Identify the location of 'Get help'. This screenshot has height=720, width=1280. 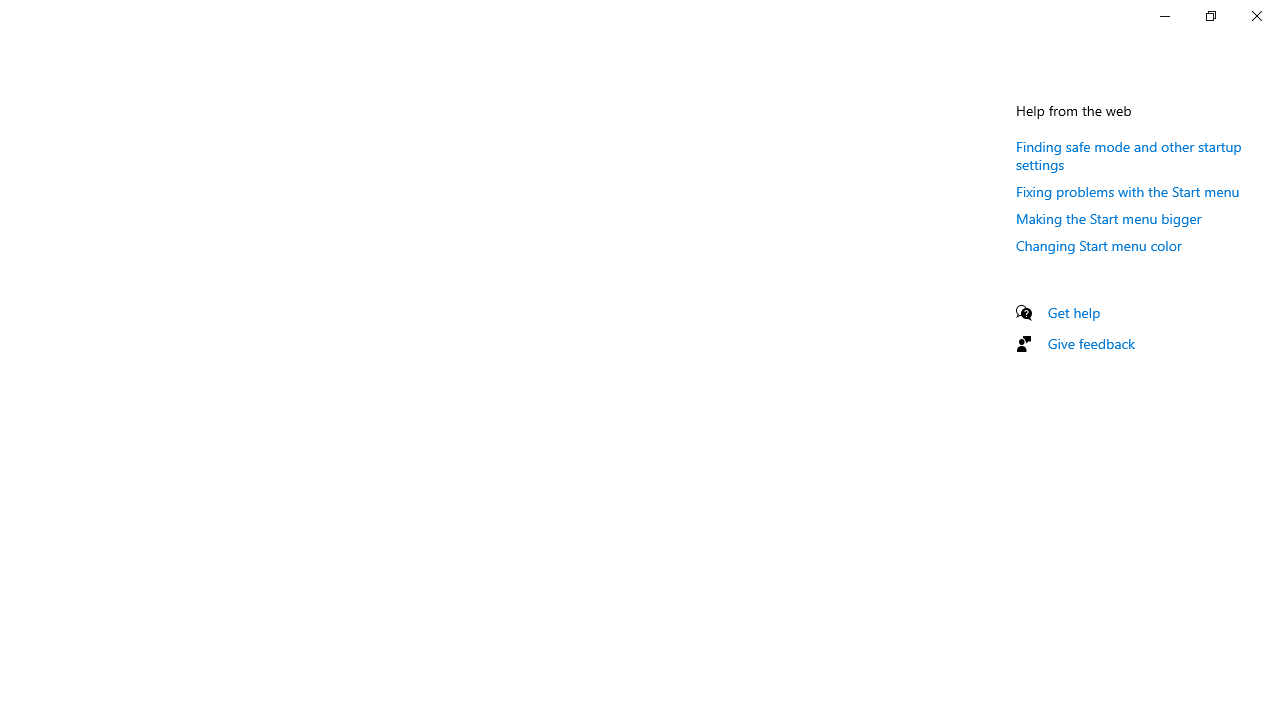
(1073, 312).